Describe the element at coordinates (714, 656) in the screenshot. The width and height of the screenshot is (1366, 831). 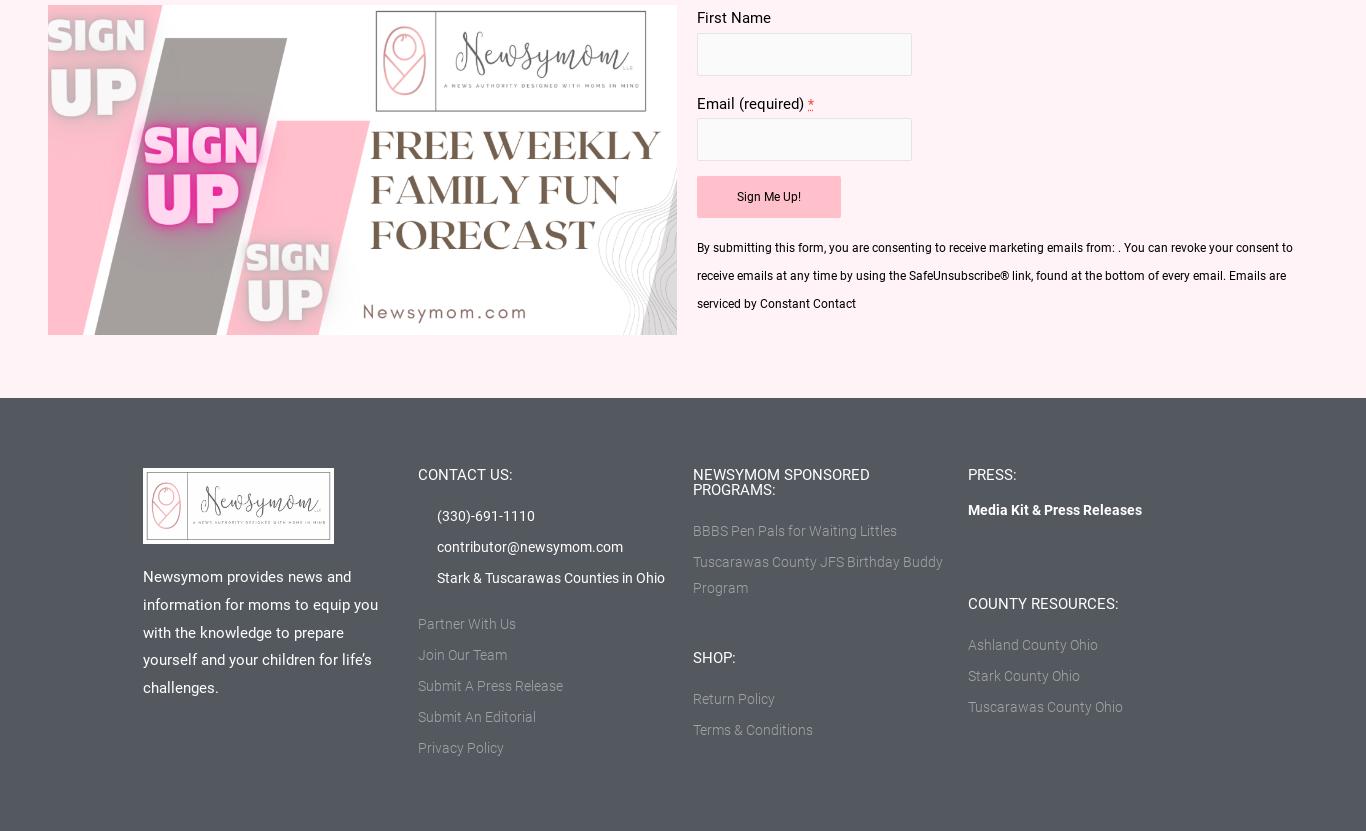
I see `'SHOP:'` at that location.